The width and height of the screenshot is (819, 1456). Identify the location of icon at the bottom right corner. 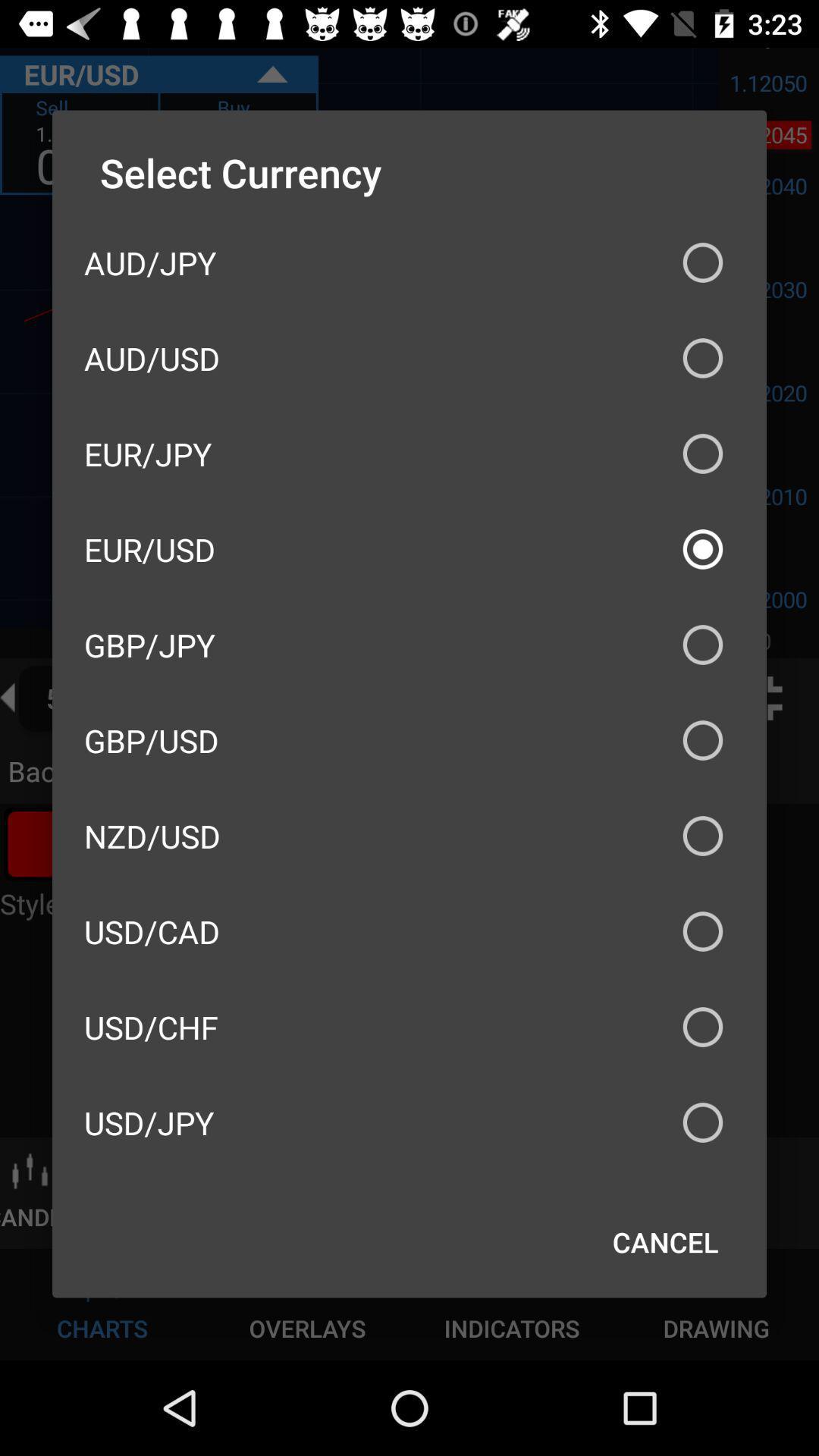
(664, 1241).